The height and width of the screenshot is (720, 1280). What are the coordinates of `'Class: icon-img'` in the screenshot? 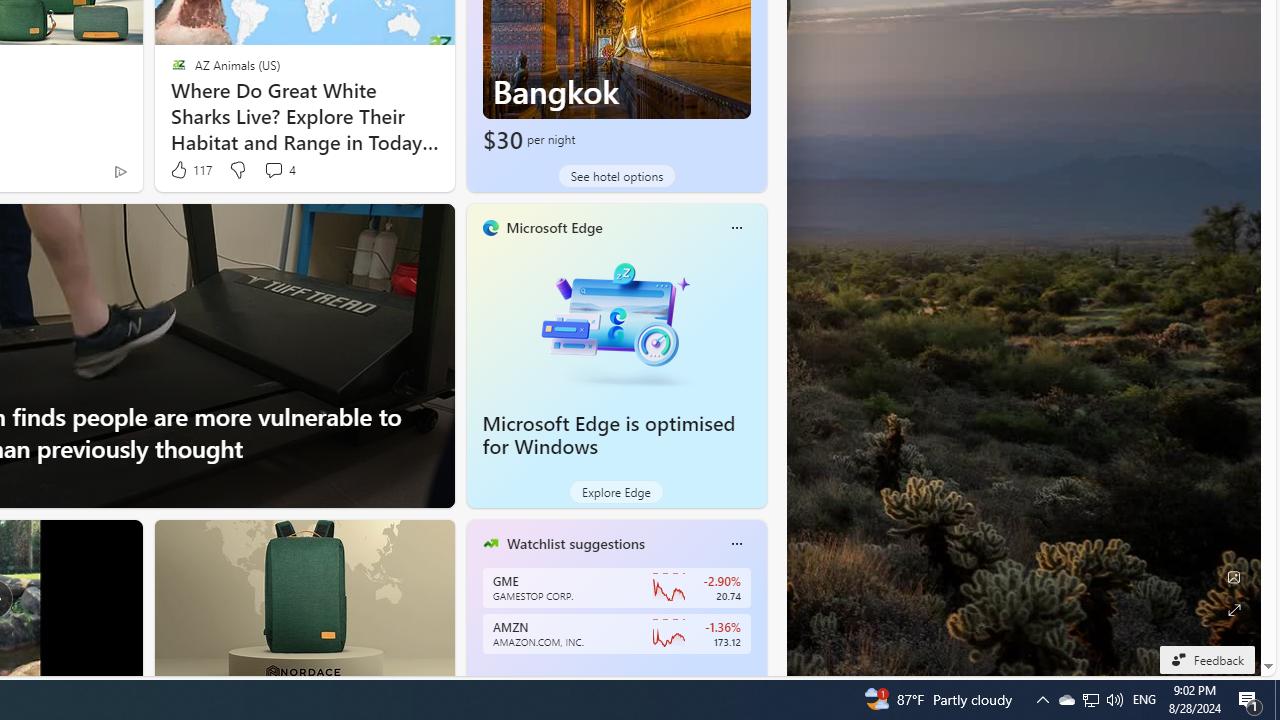 It's located at (735, 543).